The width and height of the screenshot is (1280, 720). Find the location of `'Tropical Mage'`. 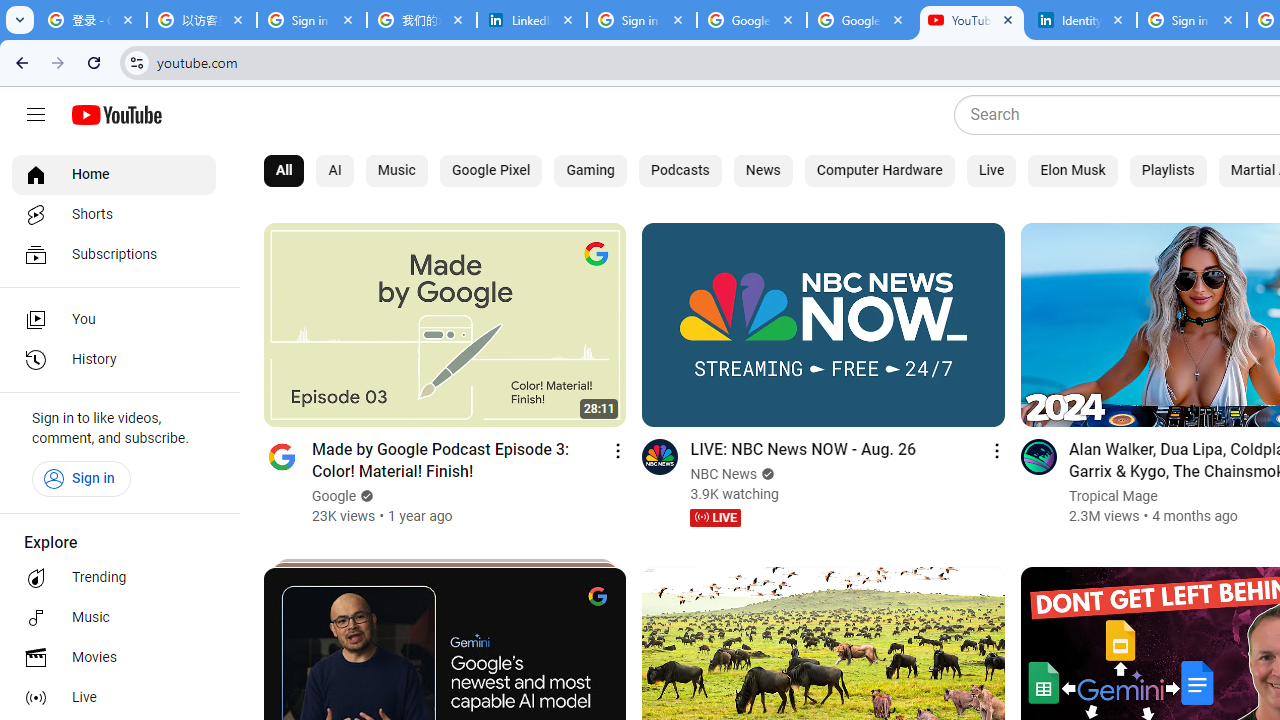

'Tropical Mage' is located at coordinates (1111, 495).